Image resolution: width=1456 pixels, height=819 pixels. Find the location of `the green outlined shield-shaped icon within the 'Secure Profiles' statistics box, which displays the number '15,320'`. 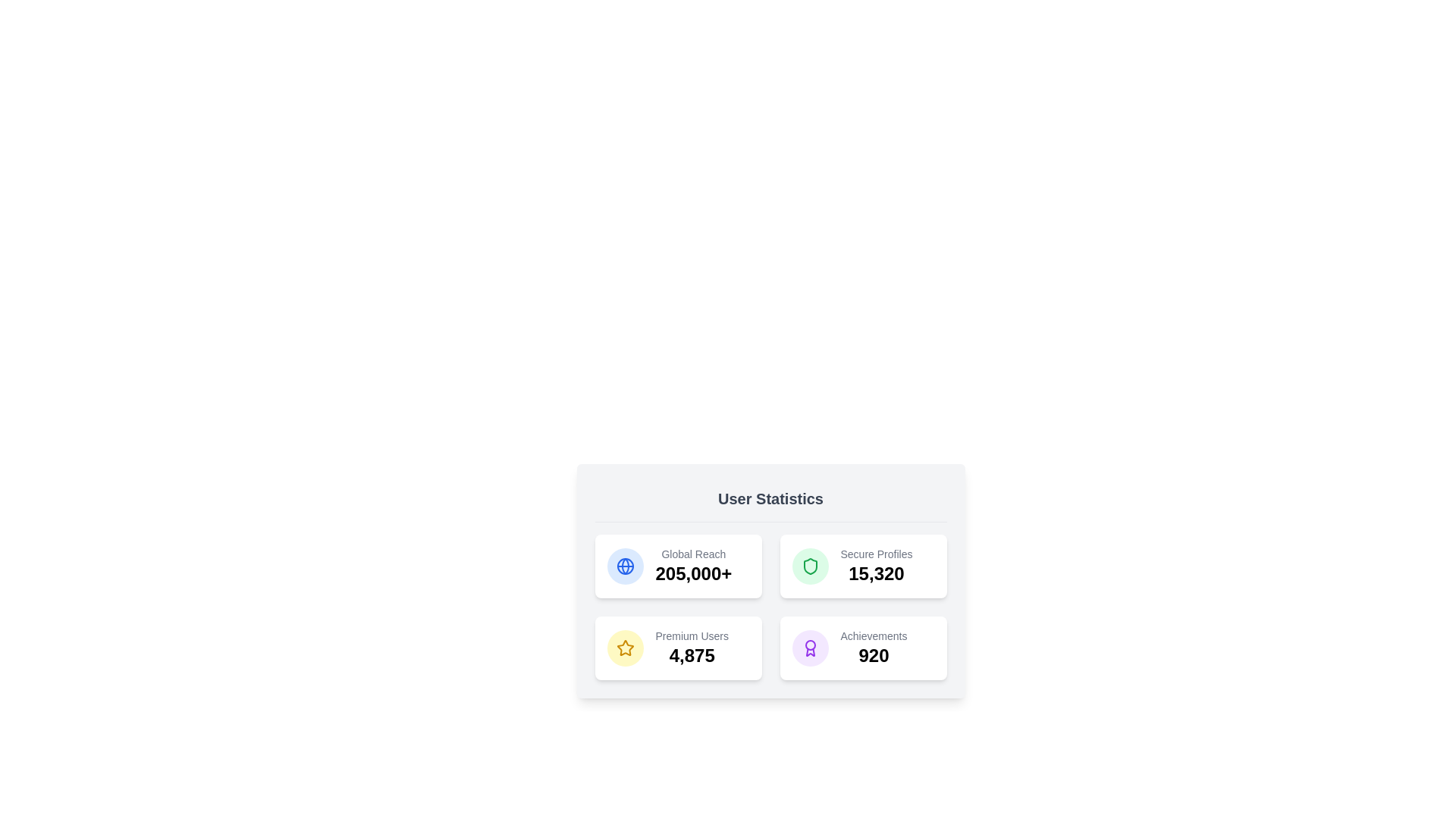

the green outlined shield-shaped icon within the 'Secure Profiles' statistics box, which displays the number '15,320' is located at coordinates (809, 566).